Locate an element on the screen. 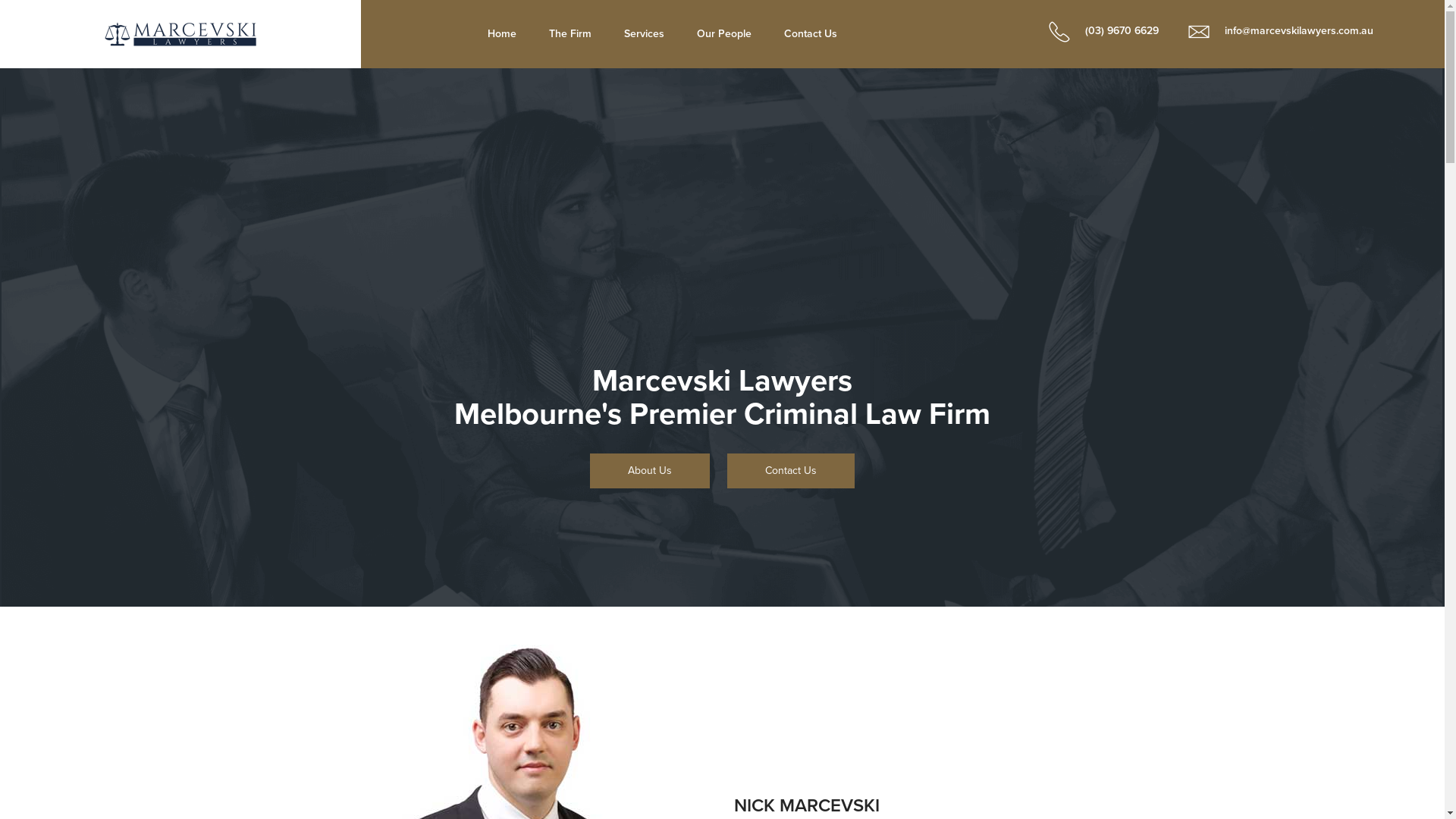 The width and height of the screenshot is (1456, 819). 'Our People' is located at coordinates (723, 34).